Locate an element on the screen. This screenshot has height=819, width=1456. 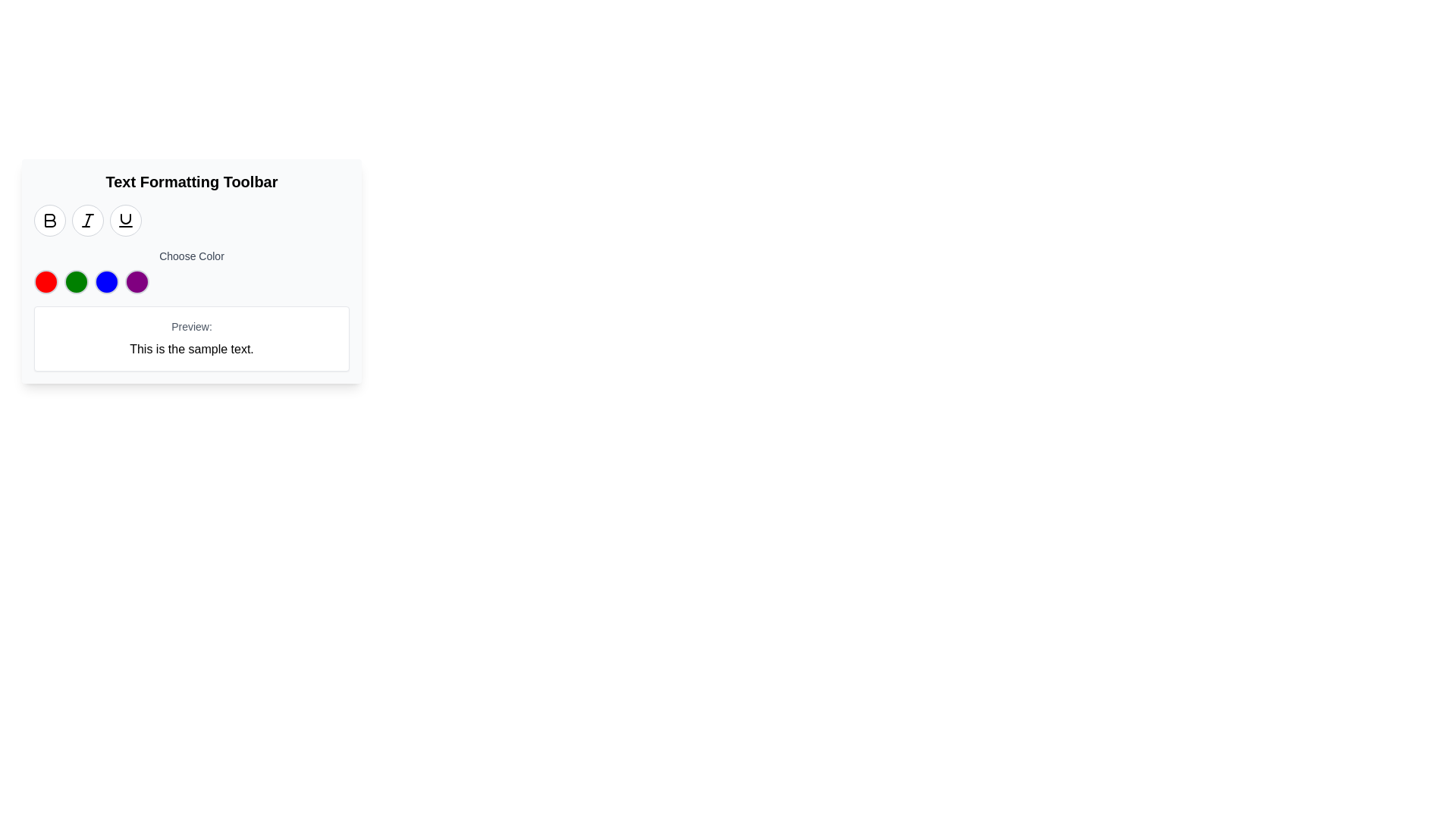
the third button in the 'Text Formatting Toolbar' that applies or removes underlining from selected text is located at coordinates (126, 220).